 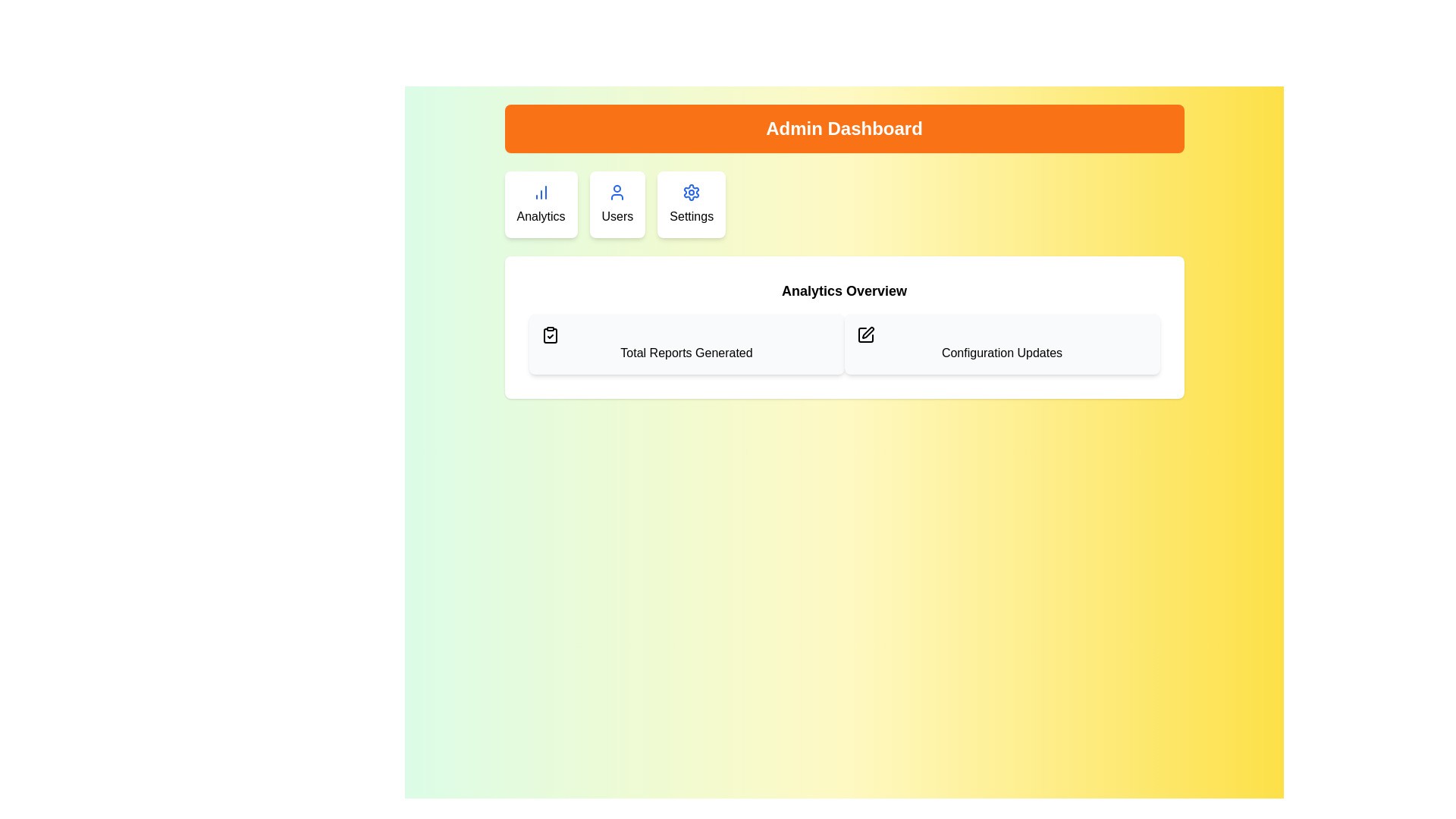 What do you see at coordinates (1002, 344) in the screenshot?
I see `the 'Configuration Updates' section to interact with it` at bounding box center [1002, 344].